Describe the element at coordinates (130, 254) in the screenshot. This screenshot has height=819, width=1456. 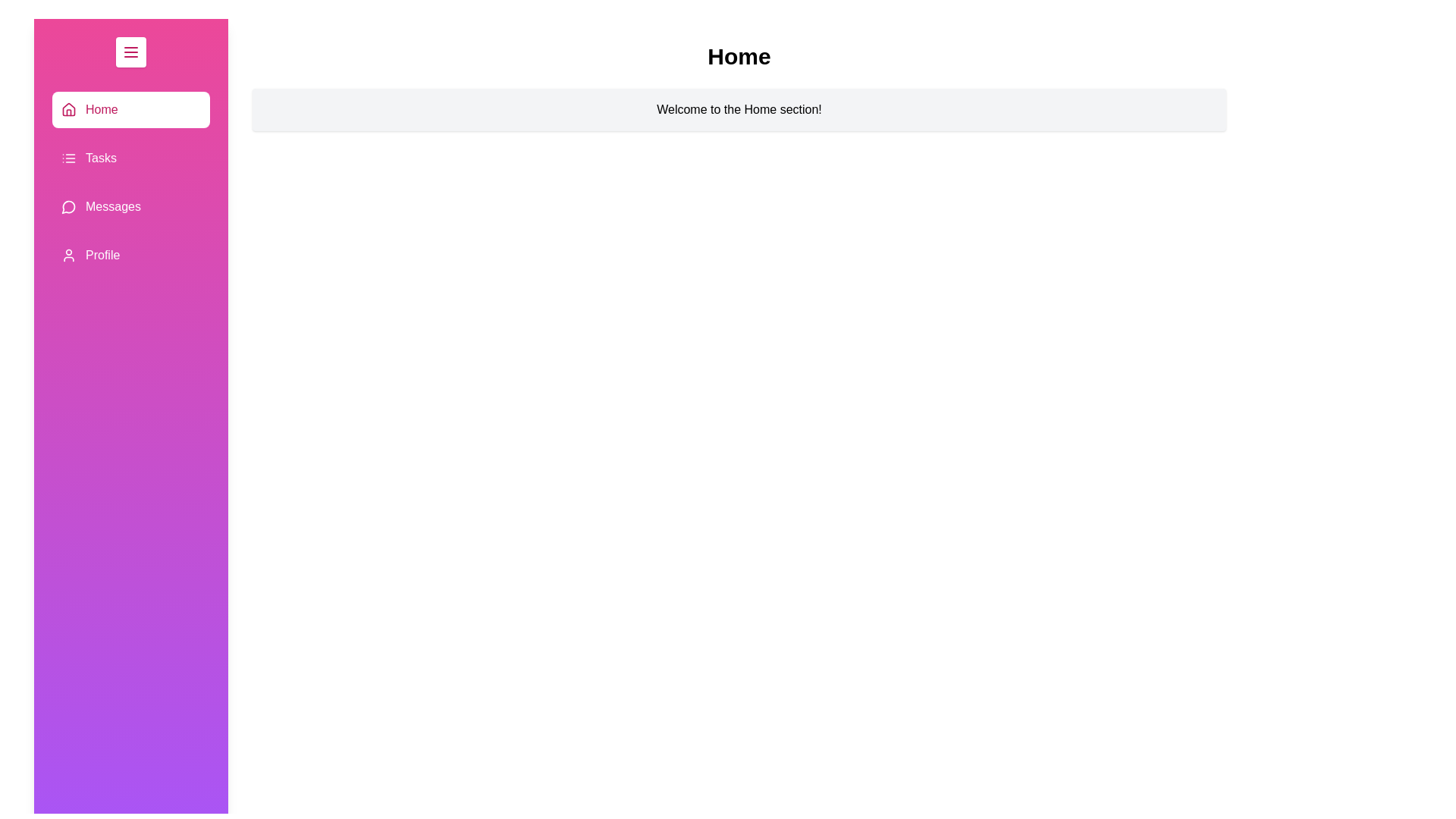
I see `the section Profile by clicking on its corresponding item in the list` at that location.